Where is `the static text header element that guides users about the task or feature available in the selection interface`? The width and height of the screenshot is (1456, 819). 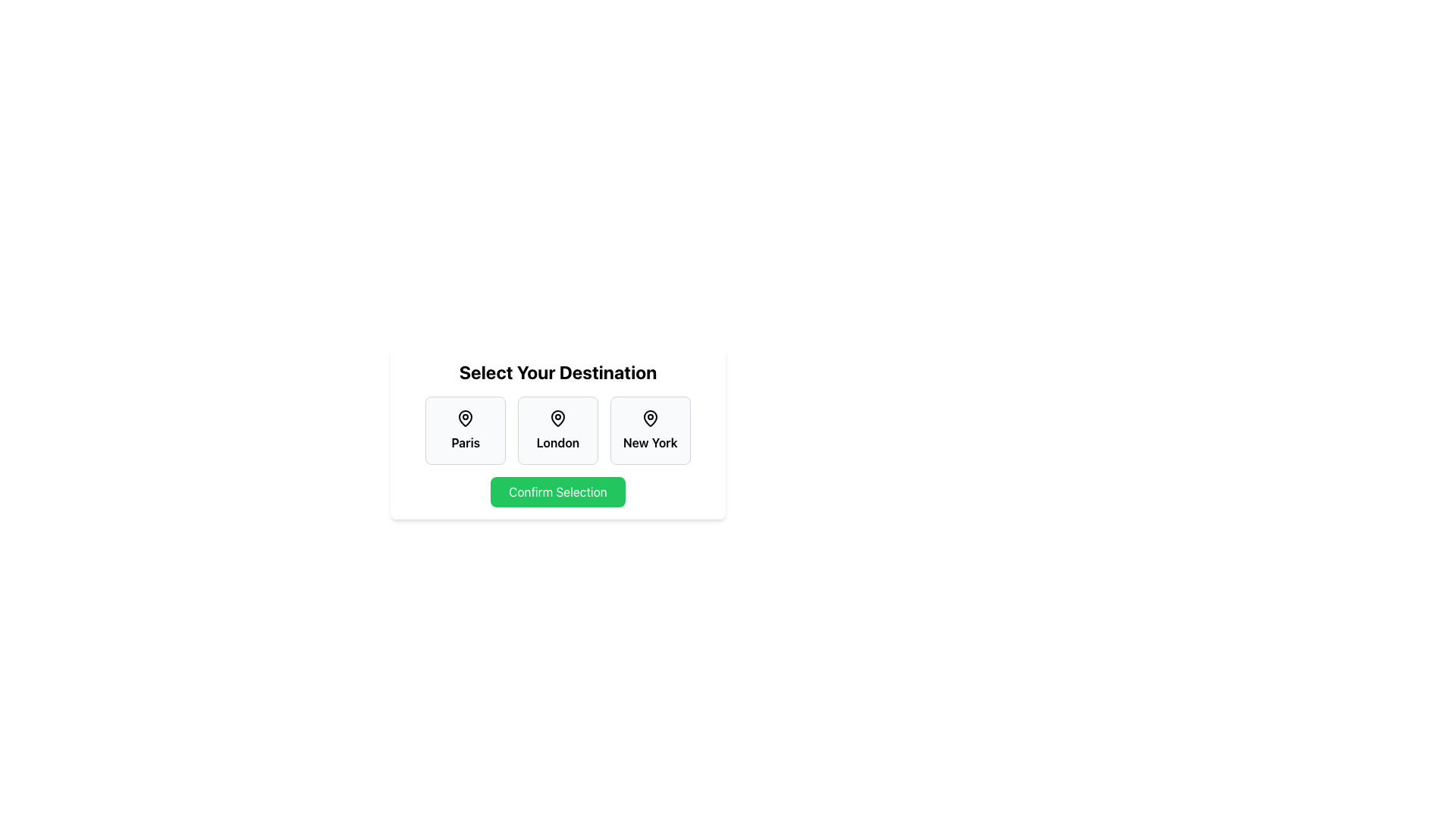 the static text header element that guides users about the task or feature available in the selection interface is located at coordinates (557, 372).